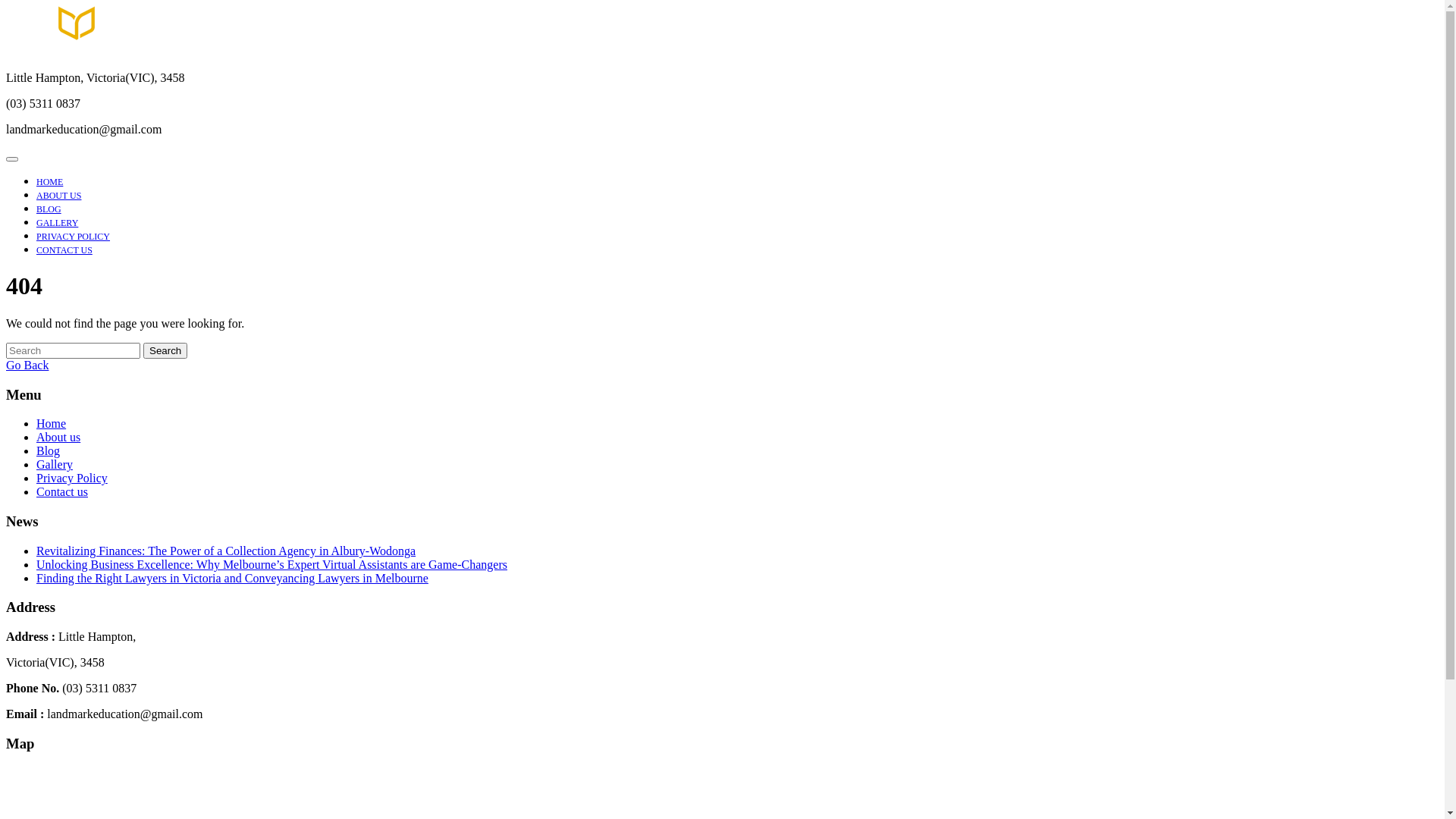 This screenshot has width=1456, height=819. I want to click on 'Skip to content', so click(5, 5).